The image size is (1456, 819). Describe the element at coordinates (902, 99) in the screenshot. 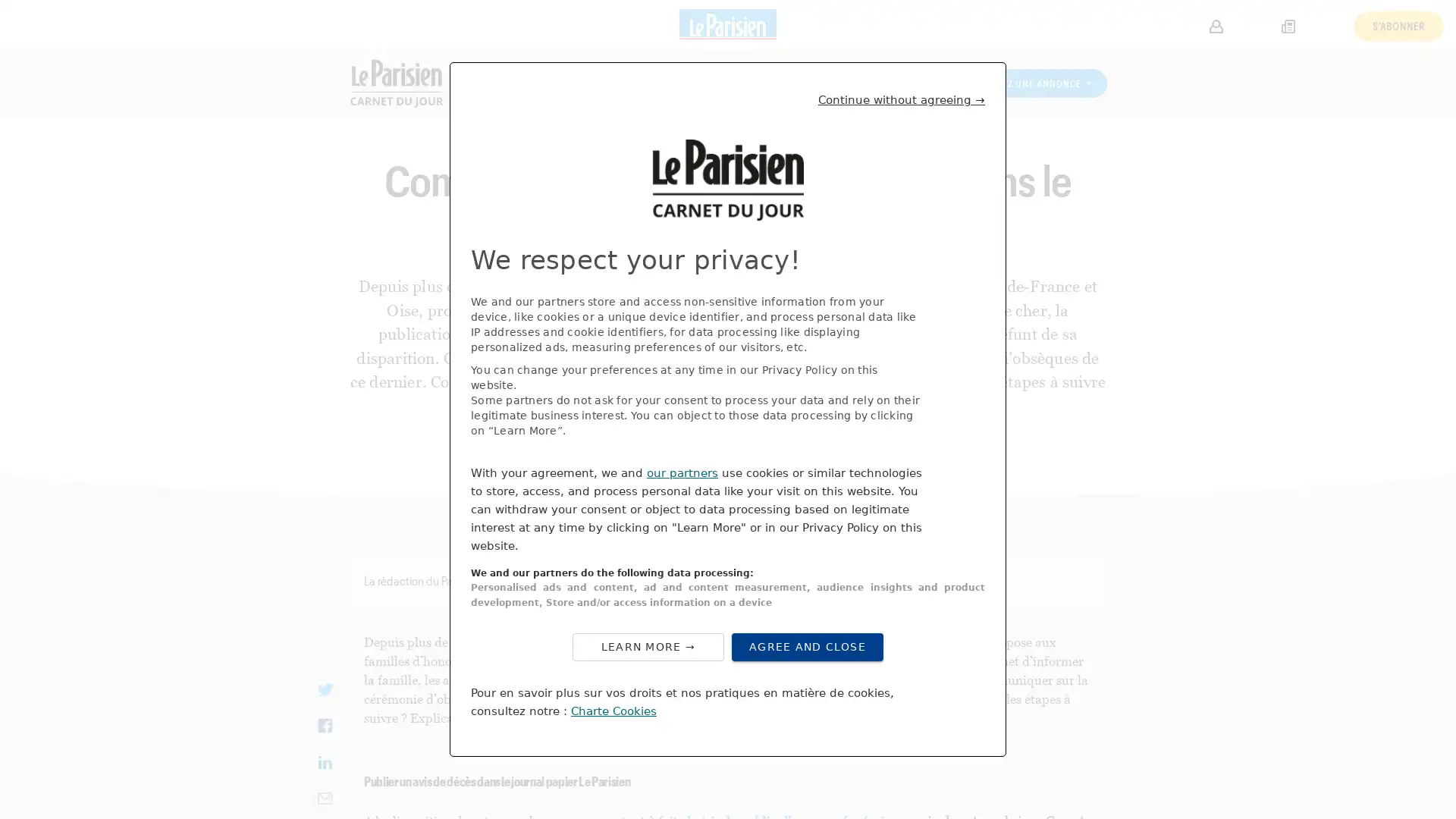

I see `Continue without agreeing` at that location.